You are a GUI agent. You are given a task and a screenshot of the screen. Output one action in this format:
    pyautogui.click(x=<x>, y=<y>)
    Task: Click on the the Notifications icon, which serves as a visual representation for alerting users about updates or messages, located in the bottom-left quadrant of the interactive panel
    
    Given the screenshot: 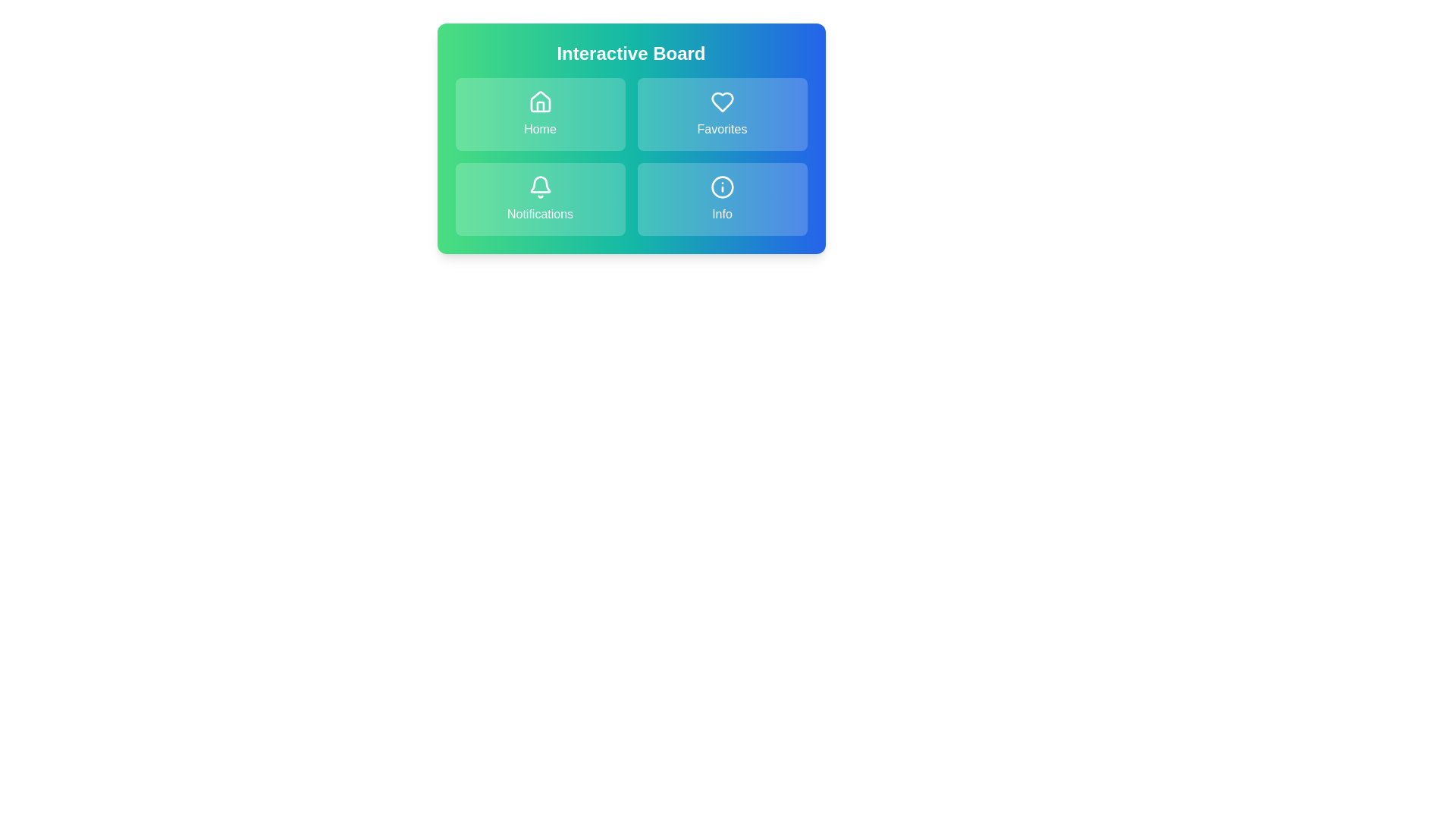 What is the action you would take?
    pyautogui.click(x=540, y=186)
    